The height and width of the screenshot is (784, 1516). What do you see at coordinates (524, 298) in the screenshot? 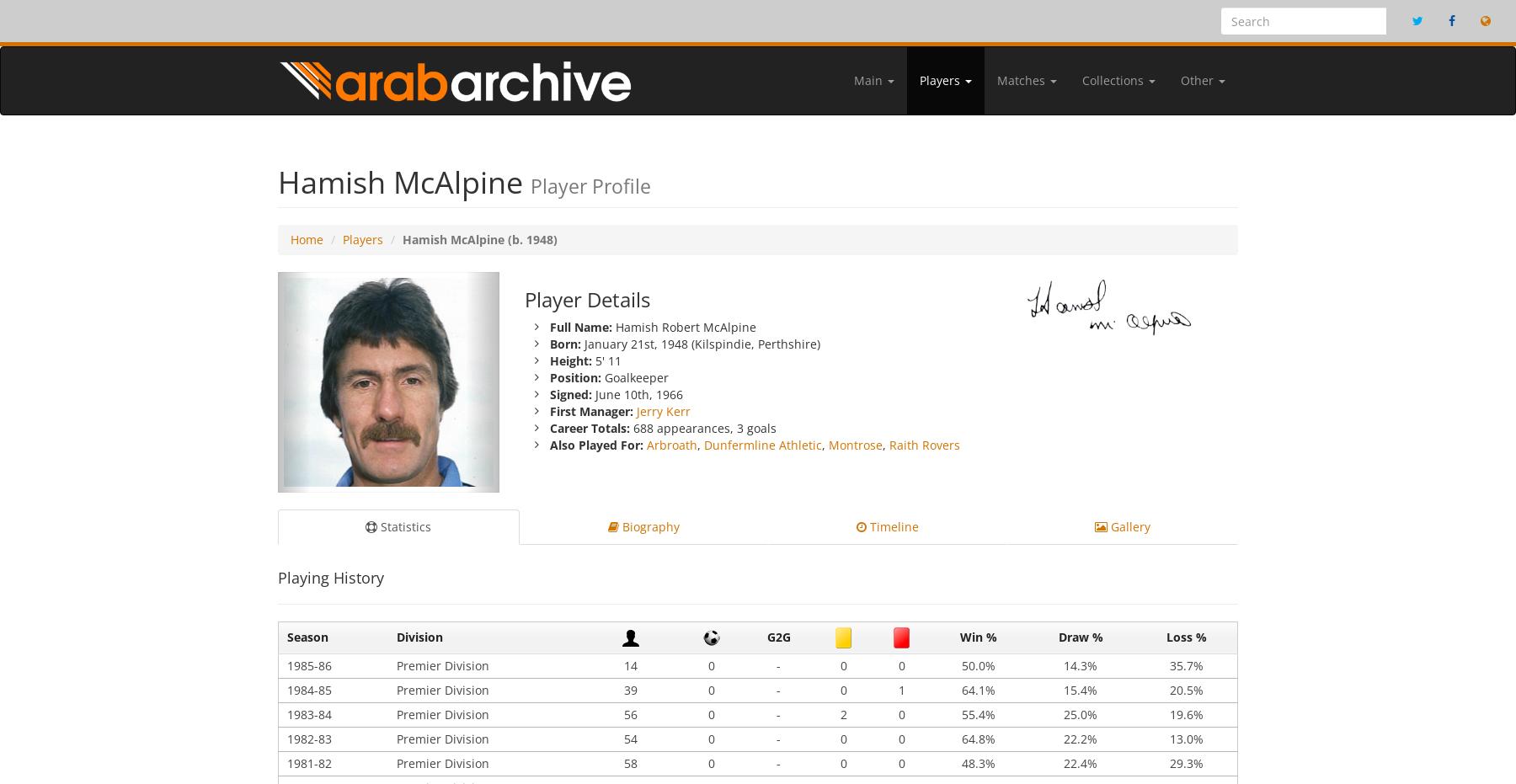
I see `'Player Details'` at bounding box center [524, 298].